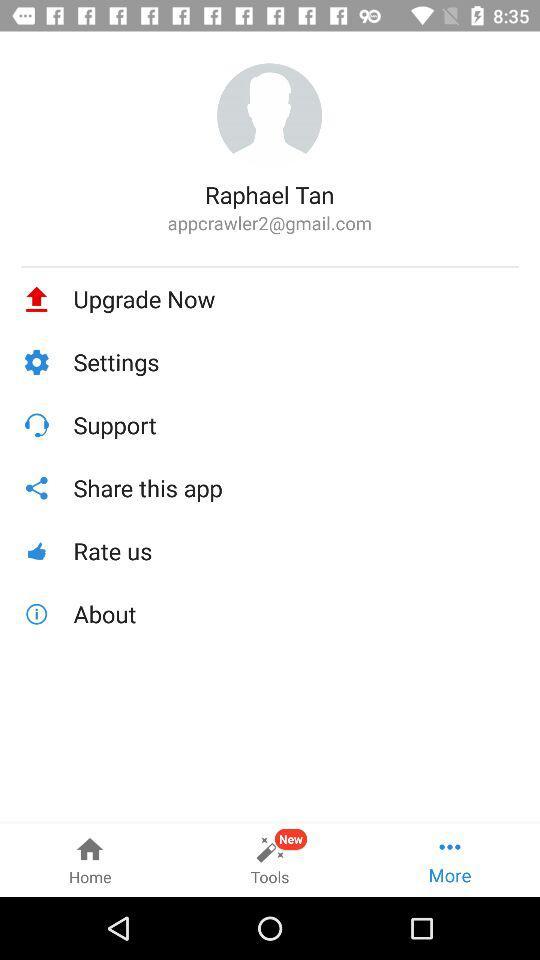 Image resolution: width=540 pixels, height=960 pixels. I want to click on icon above the rate us, so click(295, 487).